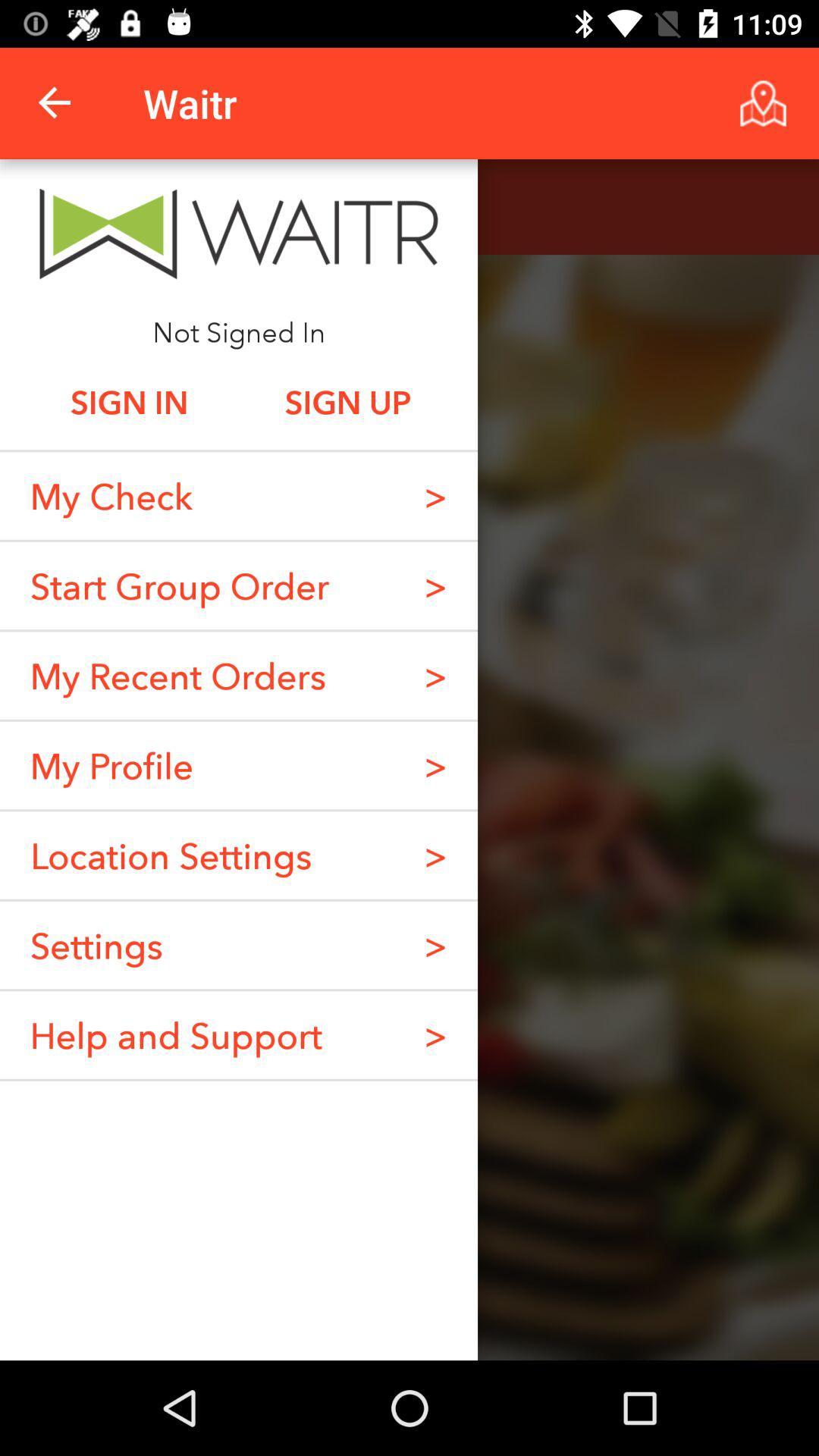  I want to click on the item to the right of the help and support, so click(435, 944).